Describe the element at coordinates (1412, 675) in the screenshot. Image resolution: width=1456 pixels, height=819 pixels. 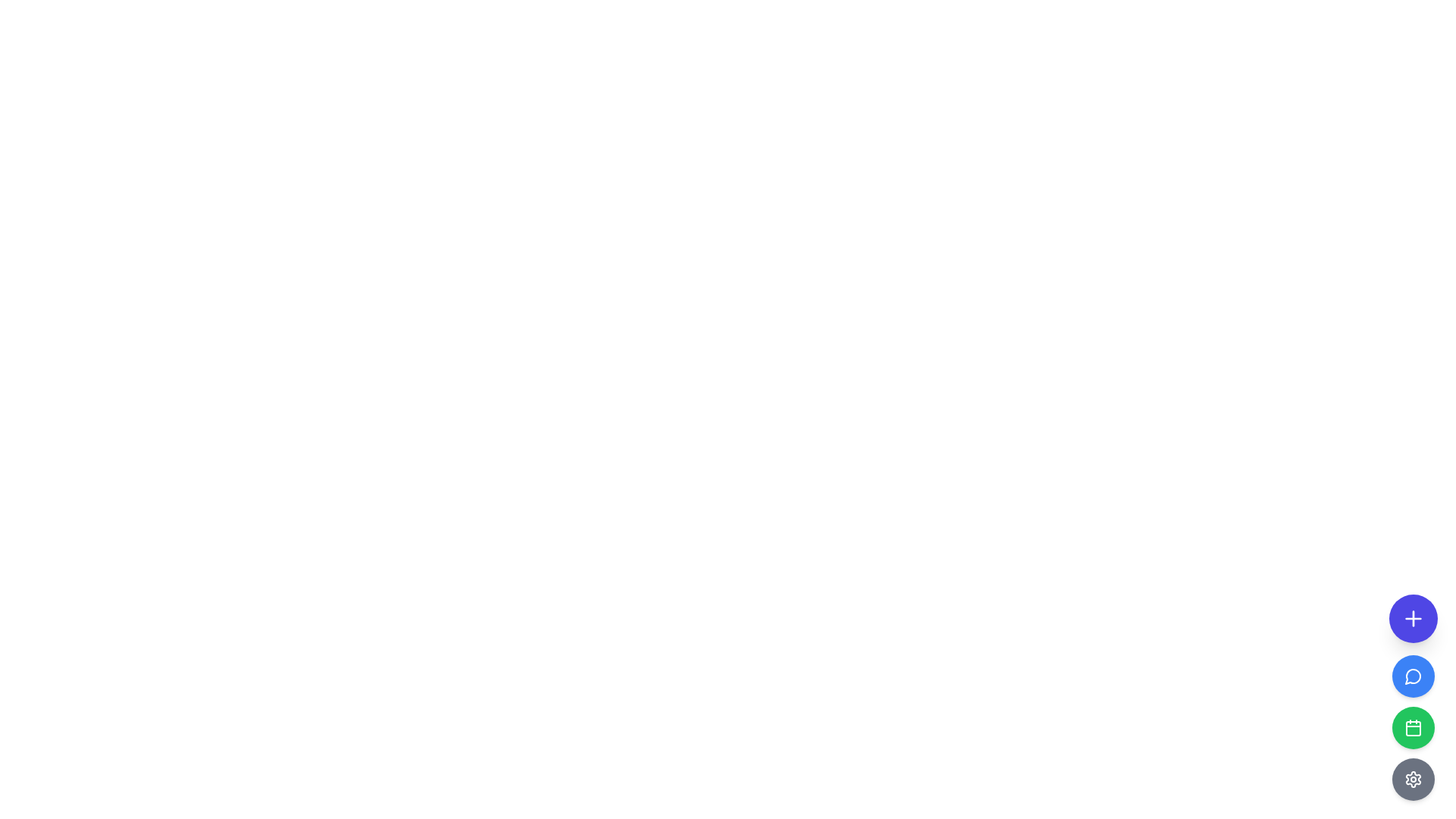
I see `the second circular button located on the right side of the interface, which is positioned below the button with a plus symbol and above the button with a calendar icon` at that location.